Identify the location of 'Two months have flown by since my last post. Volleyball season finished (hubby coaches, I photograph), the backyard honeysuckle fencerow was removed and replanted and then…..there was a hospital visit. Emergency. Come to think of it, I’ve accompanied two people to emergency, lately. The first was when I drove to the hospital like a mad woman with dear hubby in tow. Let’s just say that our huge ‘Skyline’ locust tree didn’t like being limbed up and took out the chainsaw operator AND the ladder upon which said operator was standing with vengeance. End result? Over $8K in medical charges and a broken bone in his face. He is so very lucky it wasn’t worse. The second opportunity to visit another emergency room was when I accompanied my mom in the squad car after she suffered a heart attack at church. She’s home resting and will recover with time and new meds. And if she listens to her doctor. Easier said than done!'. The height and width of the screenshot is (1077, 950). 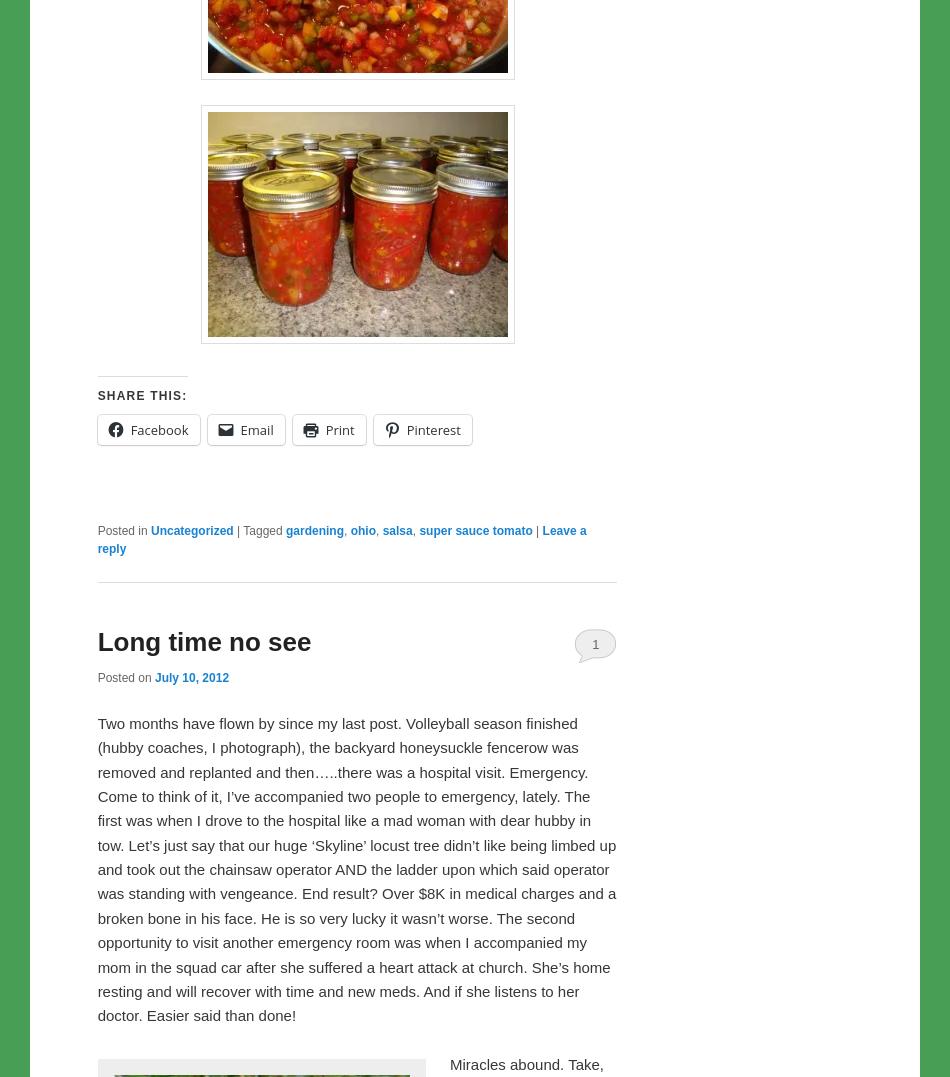
(355, 868).